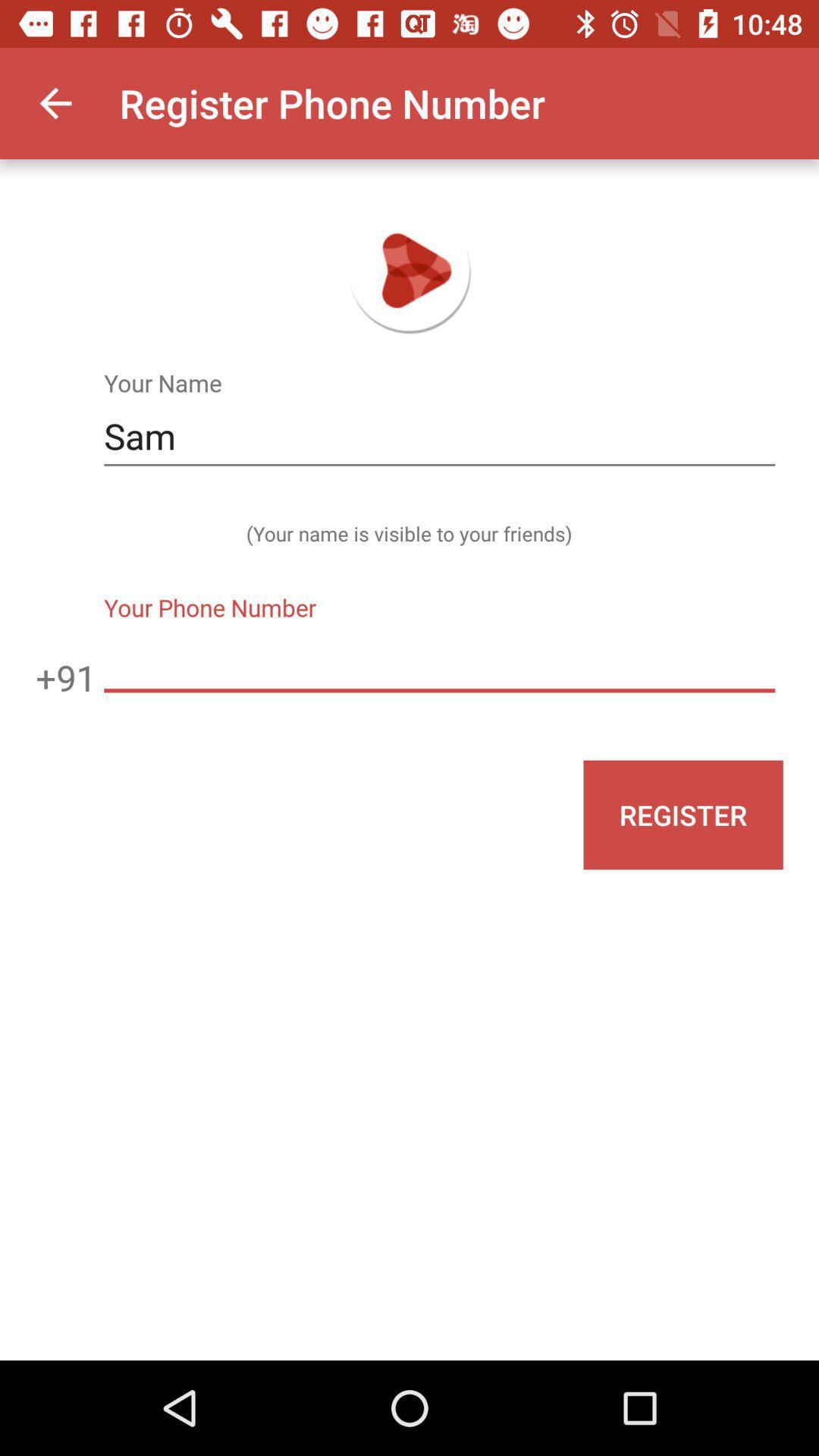 The height and width of the screenshot is (1456, 819). Describe the element at coordinates (439, 661) in the screenshot. I see `icon above register` at that location.